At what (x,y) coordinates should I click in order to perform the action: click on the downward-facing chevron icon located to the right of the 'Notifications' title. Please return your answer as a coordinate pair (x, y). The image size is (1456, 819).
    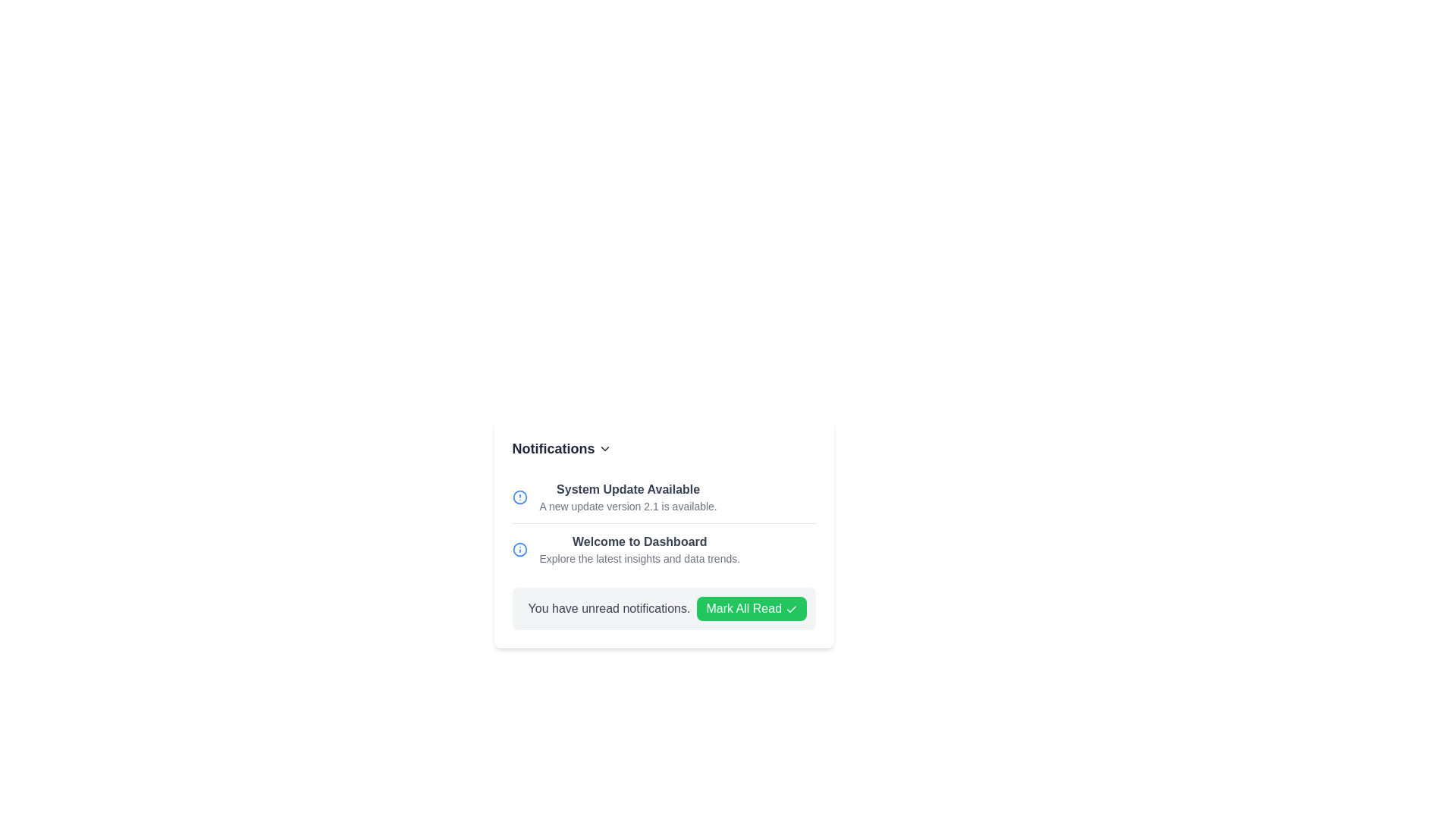
    Looking at the image, I should click on (604, 447).